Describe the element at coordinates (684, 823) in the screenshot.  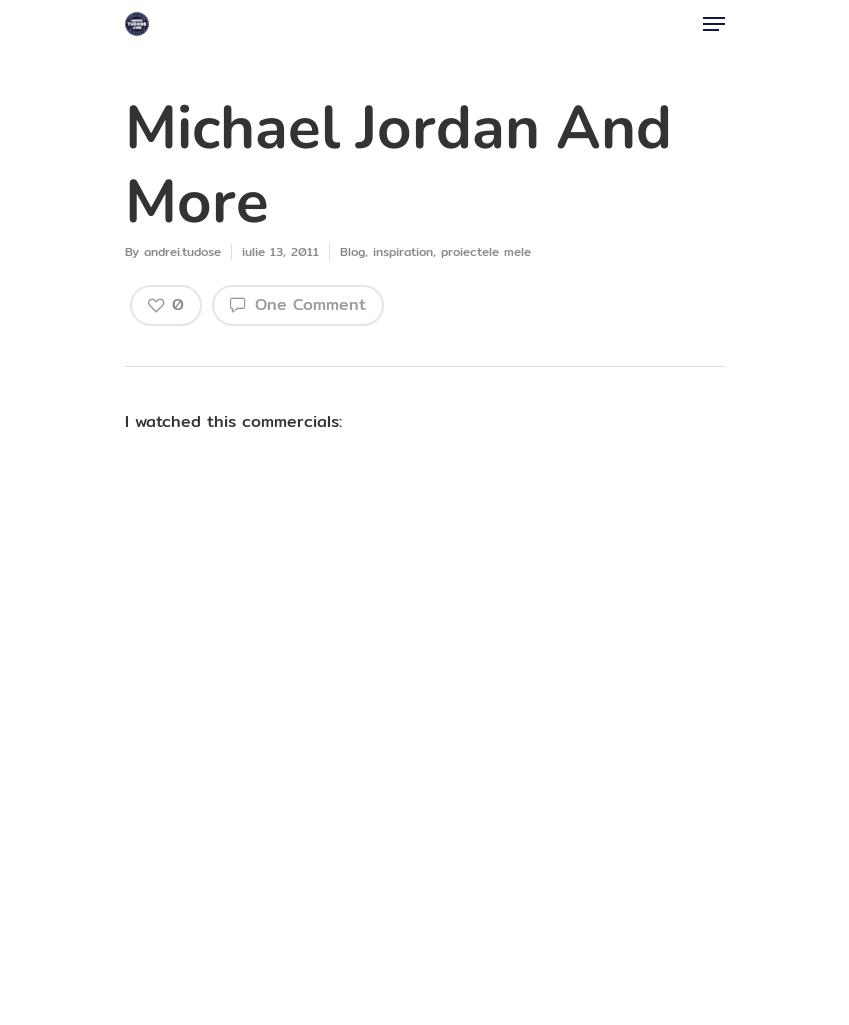
I see `'Bărbatul'` at that location.